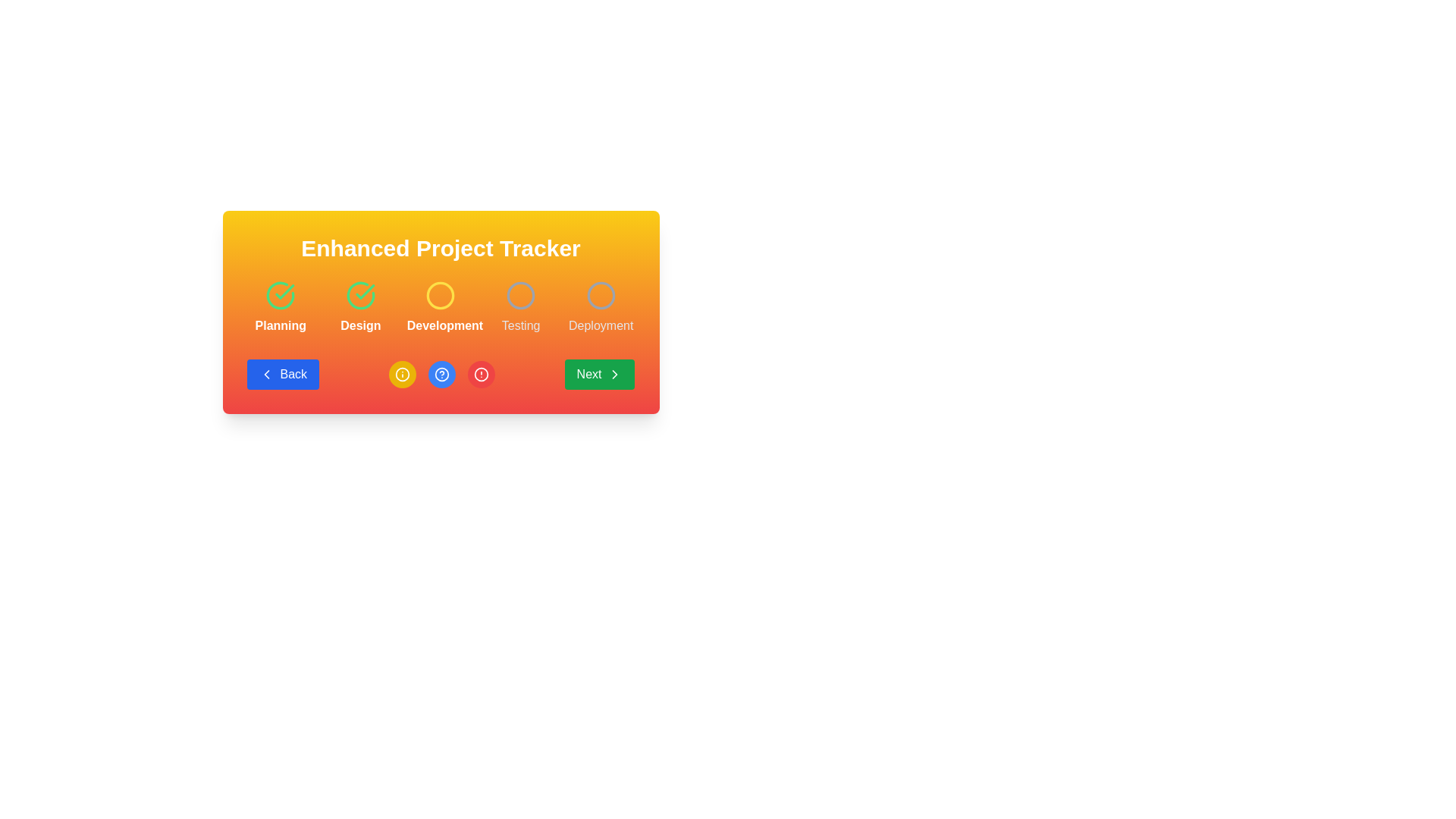 This screenshot has height=819, width=1456. Describe the element at coordinates (441, 374) in the screenshot. I see `the blue circular button with a white question mark icon located below the 'Enhanced Project Tracker' title` at that location.